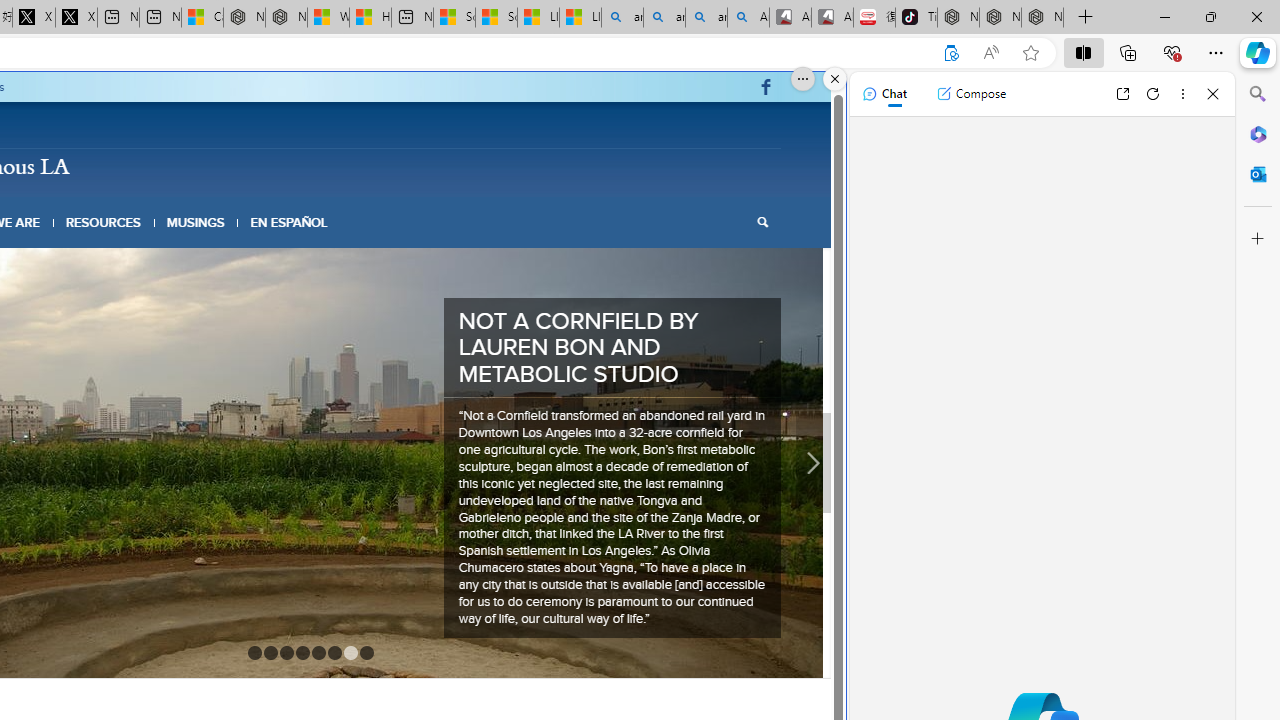 This screenshot has width=1280, height=720. Describe the element at coordinates (883, 93) in the screenshot. I see `'Chat'` at that location.